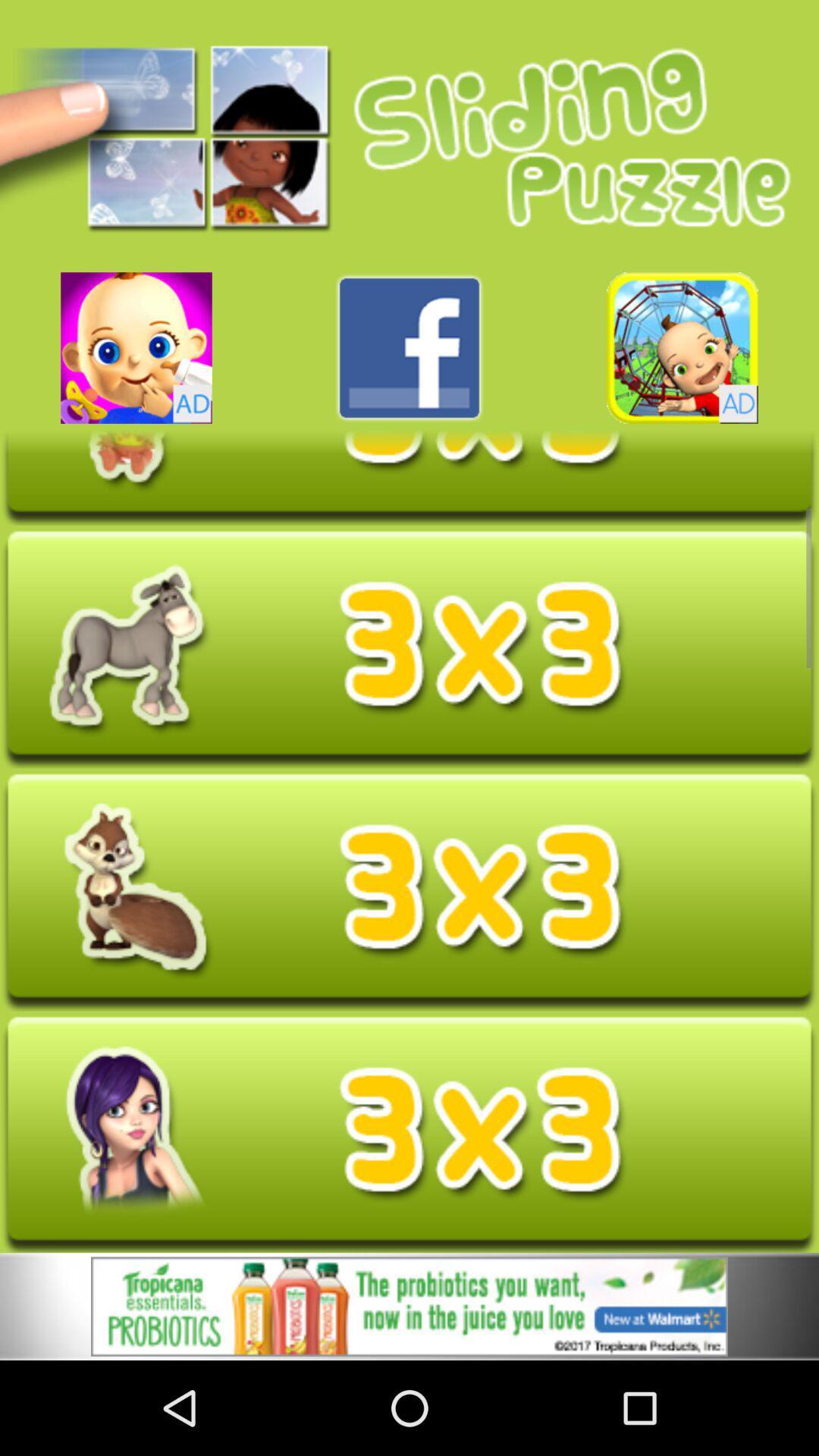  What do you see at coordinates (409, 1308) in the screenshot?
I see `advertisement website` at bounding box center [409, 1308].